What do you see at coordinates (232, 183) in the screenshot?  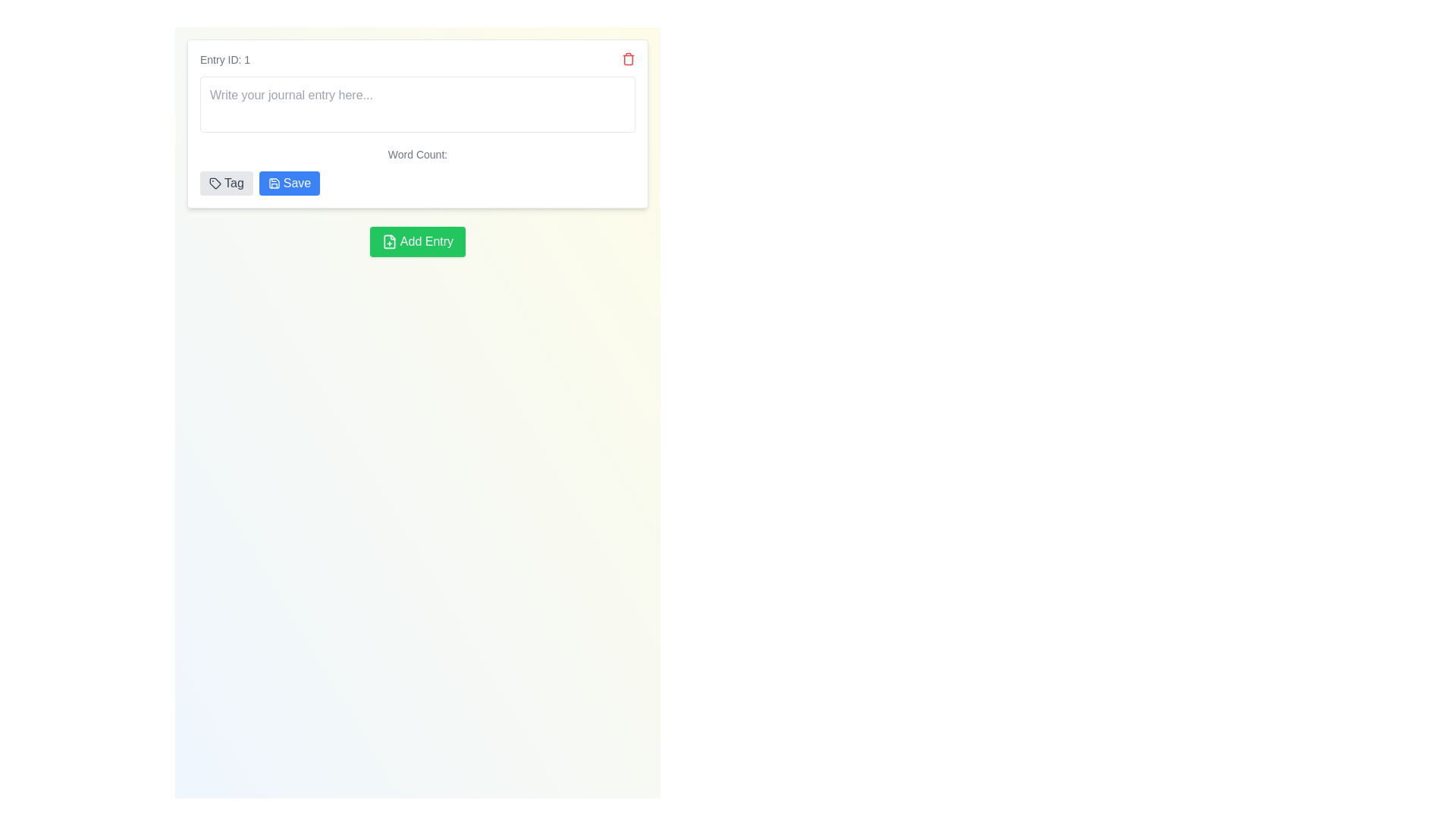 I see `the 'Tag' text label located to the left of the 'Save' button` at bounding box center [232, 183].